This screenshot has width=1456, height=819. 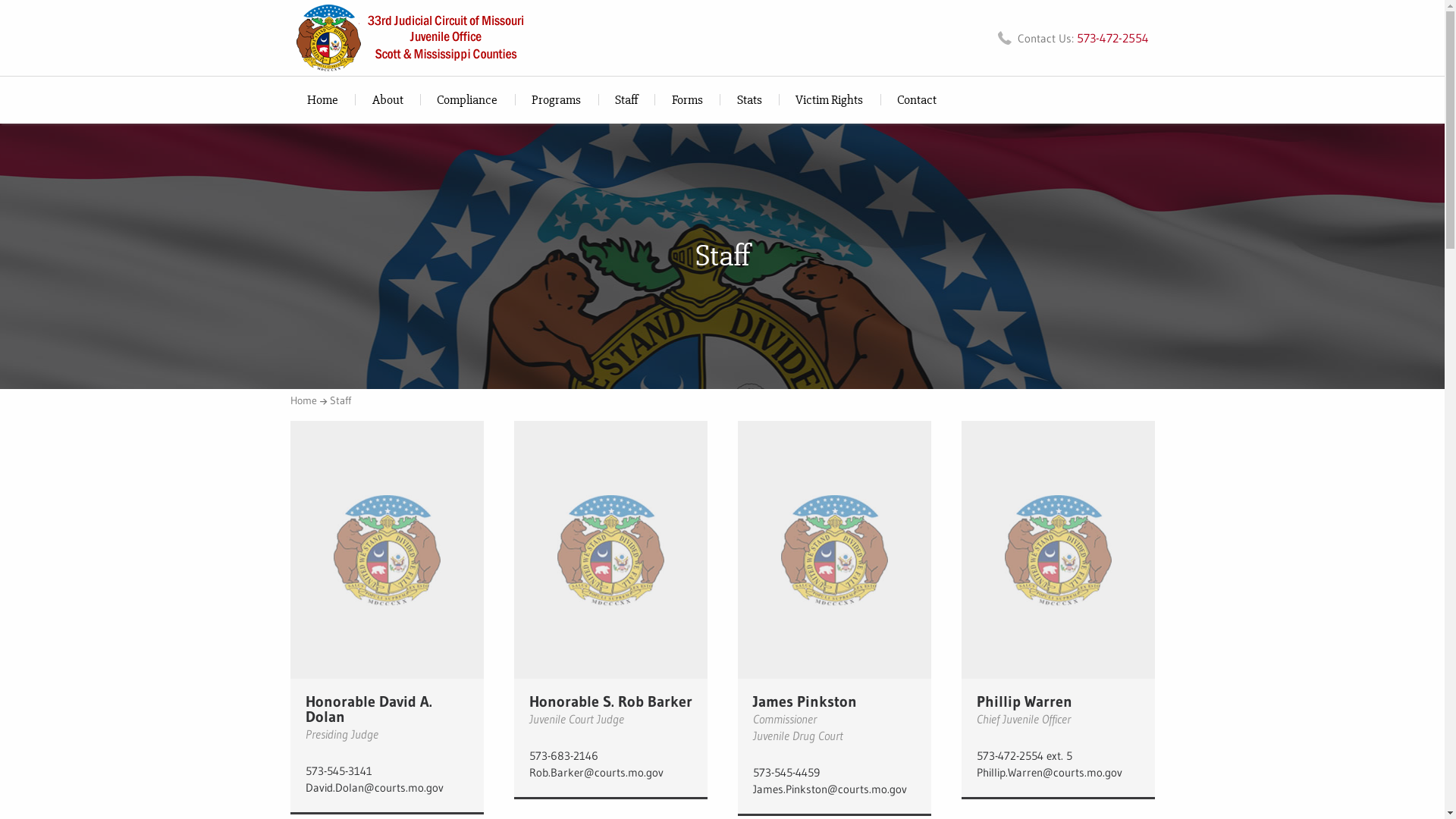 I want to click on 'James.Pinkston@courts.mo.gov', so click(x=833, y=789).